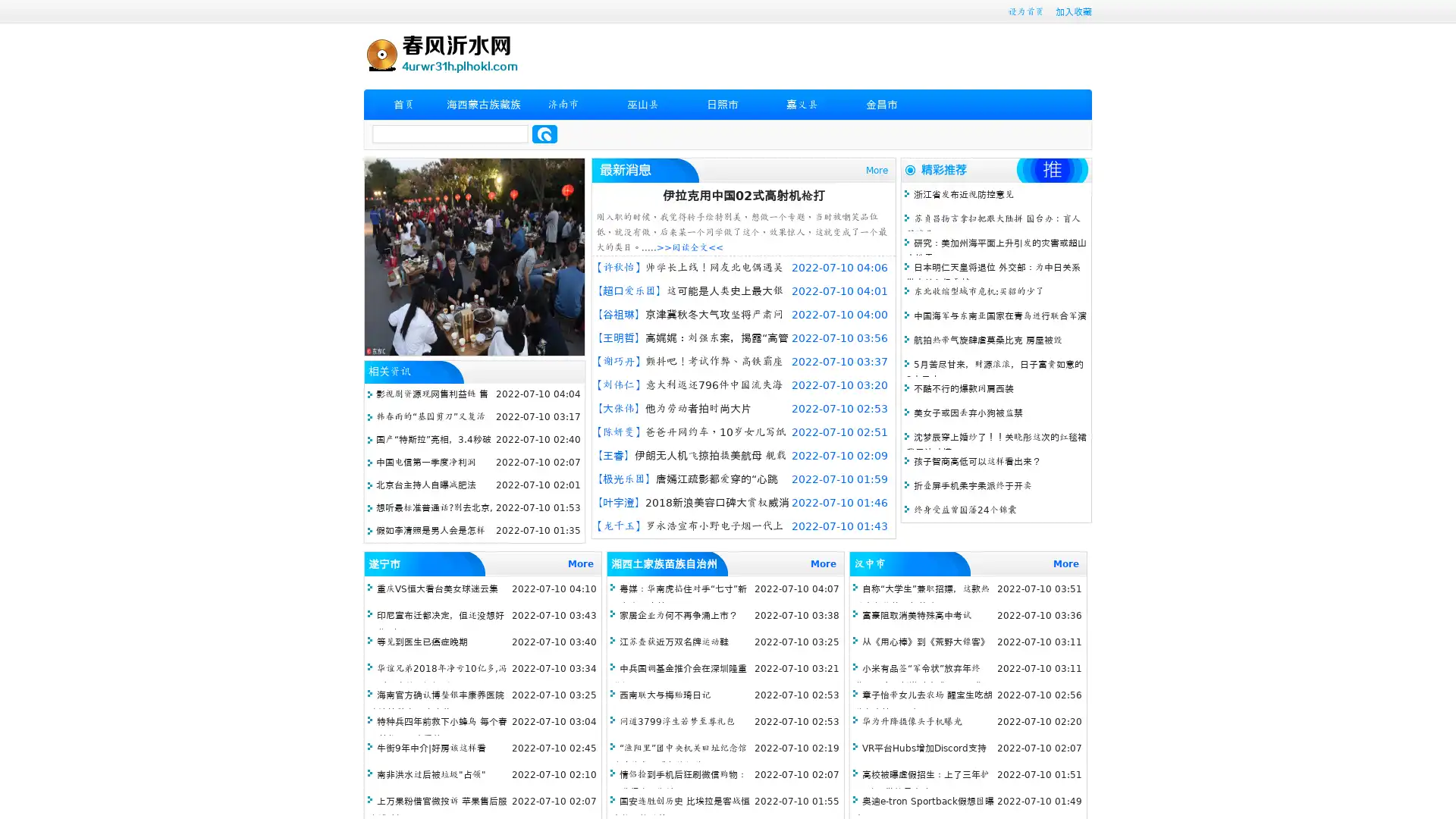 This screenshot has height=819, width=1456. Describe the element at coordinates (544, 133) in the screenshot. I see `Search` at that location.